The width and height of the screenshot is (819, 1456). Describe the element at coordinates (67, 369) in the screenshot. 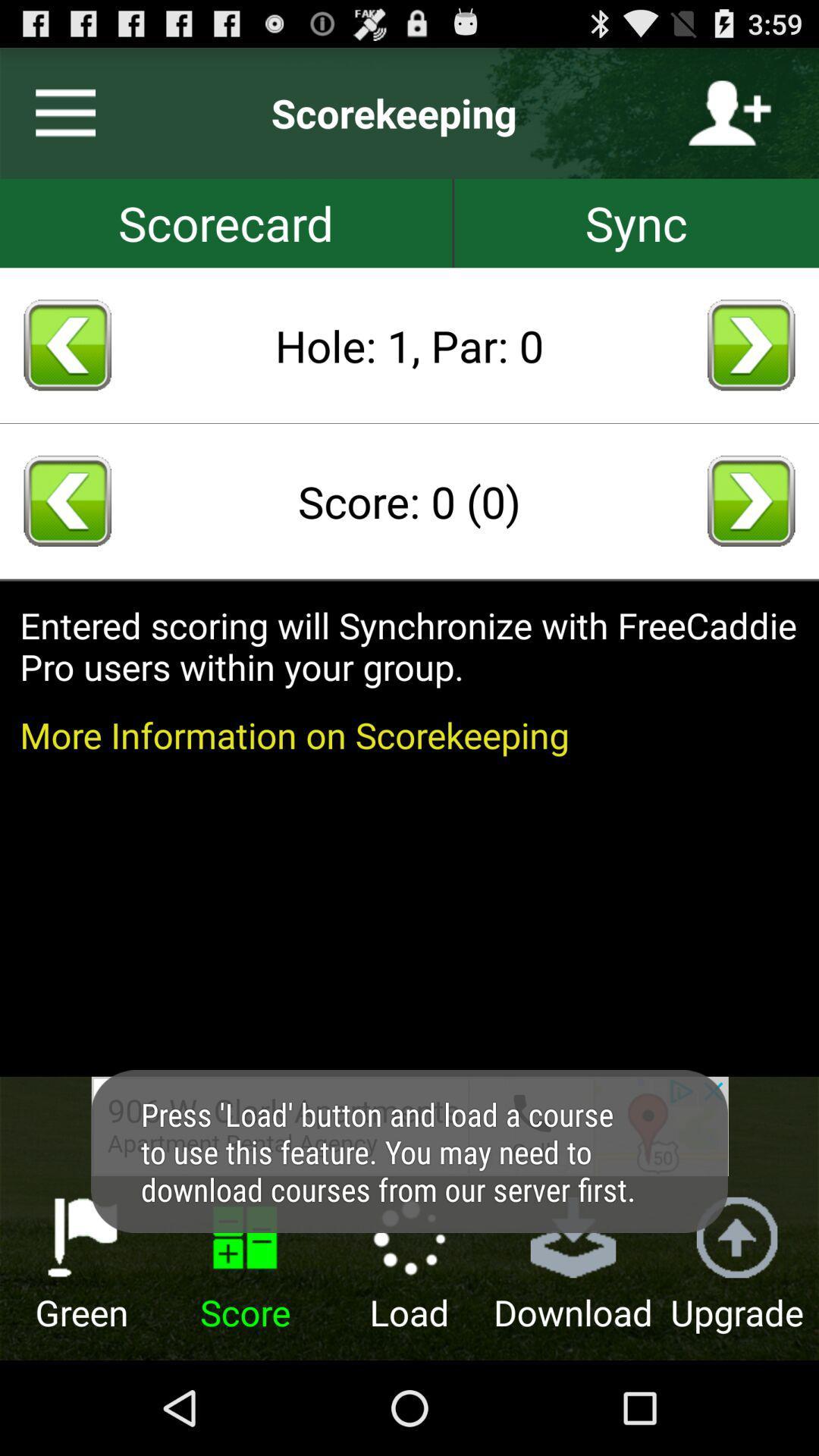

I see `the arrow_backward icon` at that location.